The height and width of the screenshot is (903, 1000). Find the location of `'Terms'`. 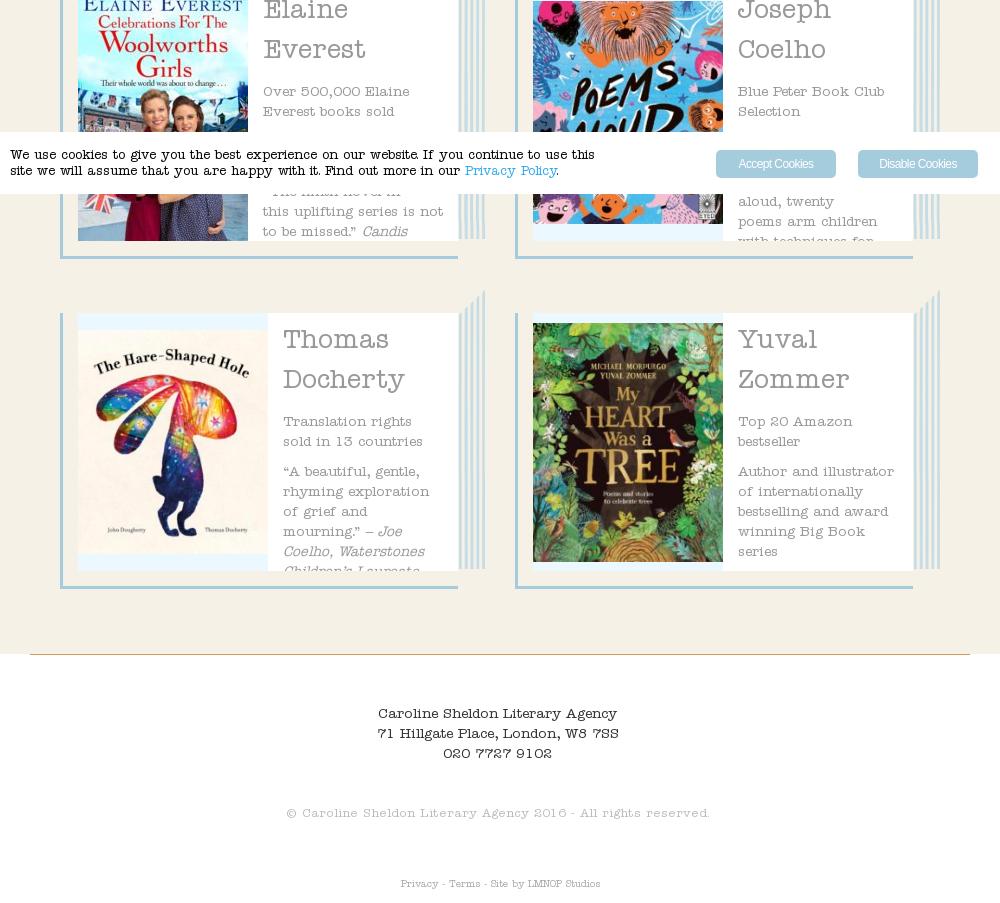

'Terms' is located at coordinates (462, 885).